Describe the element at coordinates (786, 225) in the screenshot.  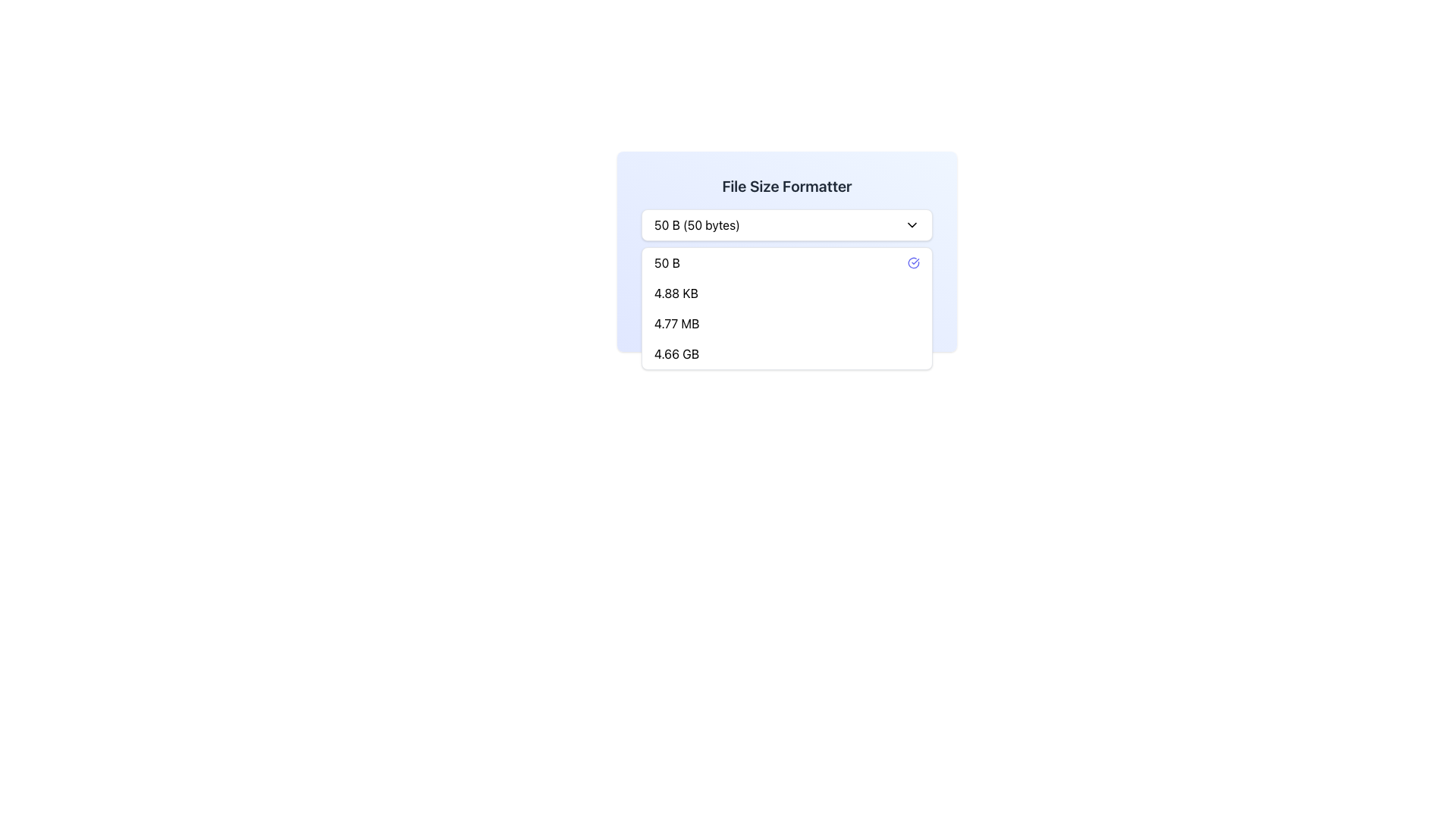
I see `the dropdown menu for selecting specific file sizes located within the 'File Size Formatter' card, allowing for keyboard navigation` at that location.